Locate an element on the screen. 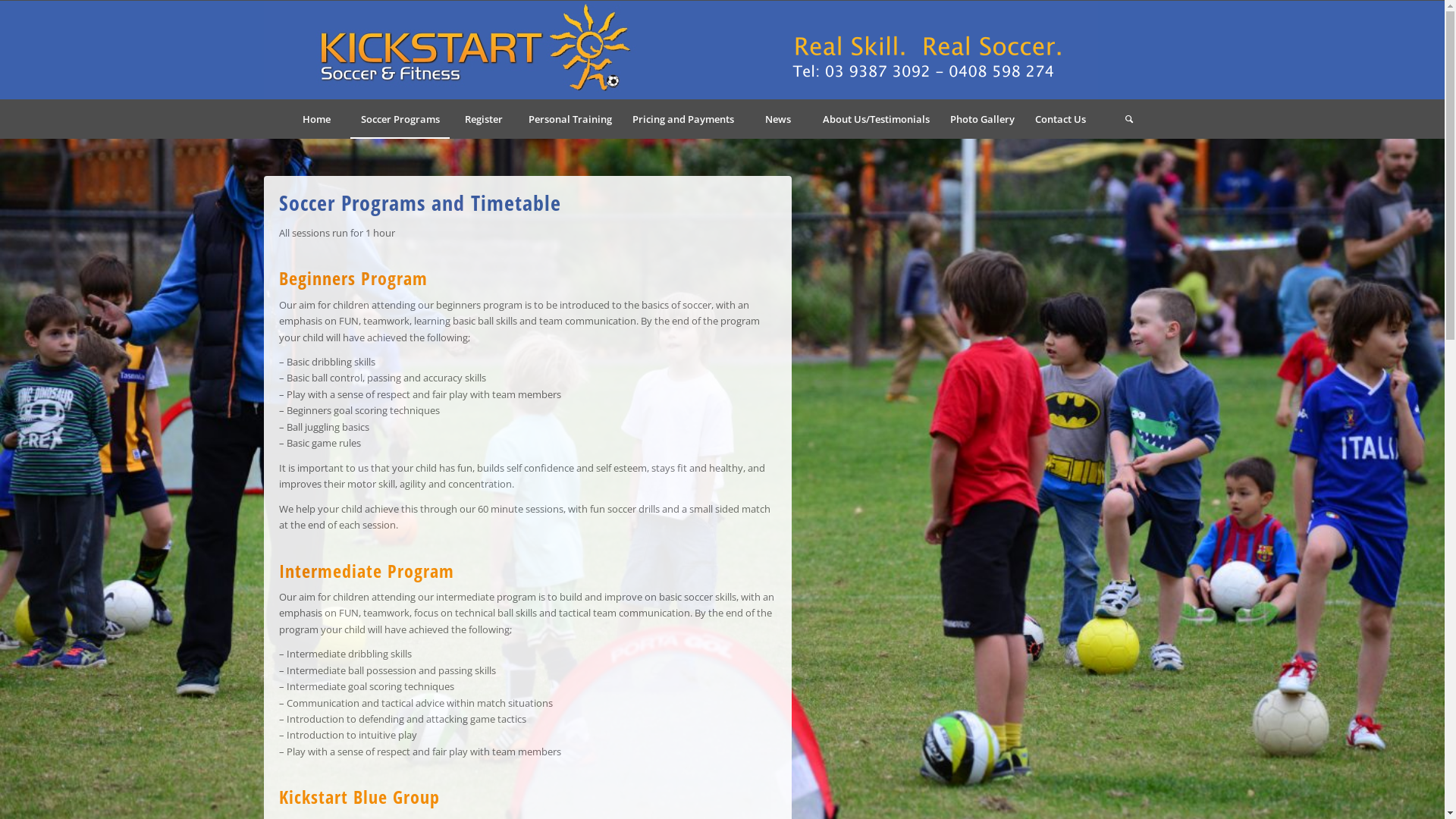  'Home' is located at coordinates (315, 118).